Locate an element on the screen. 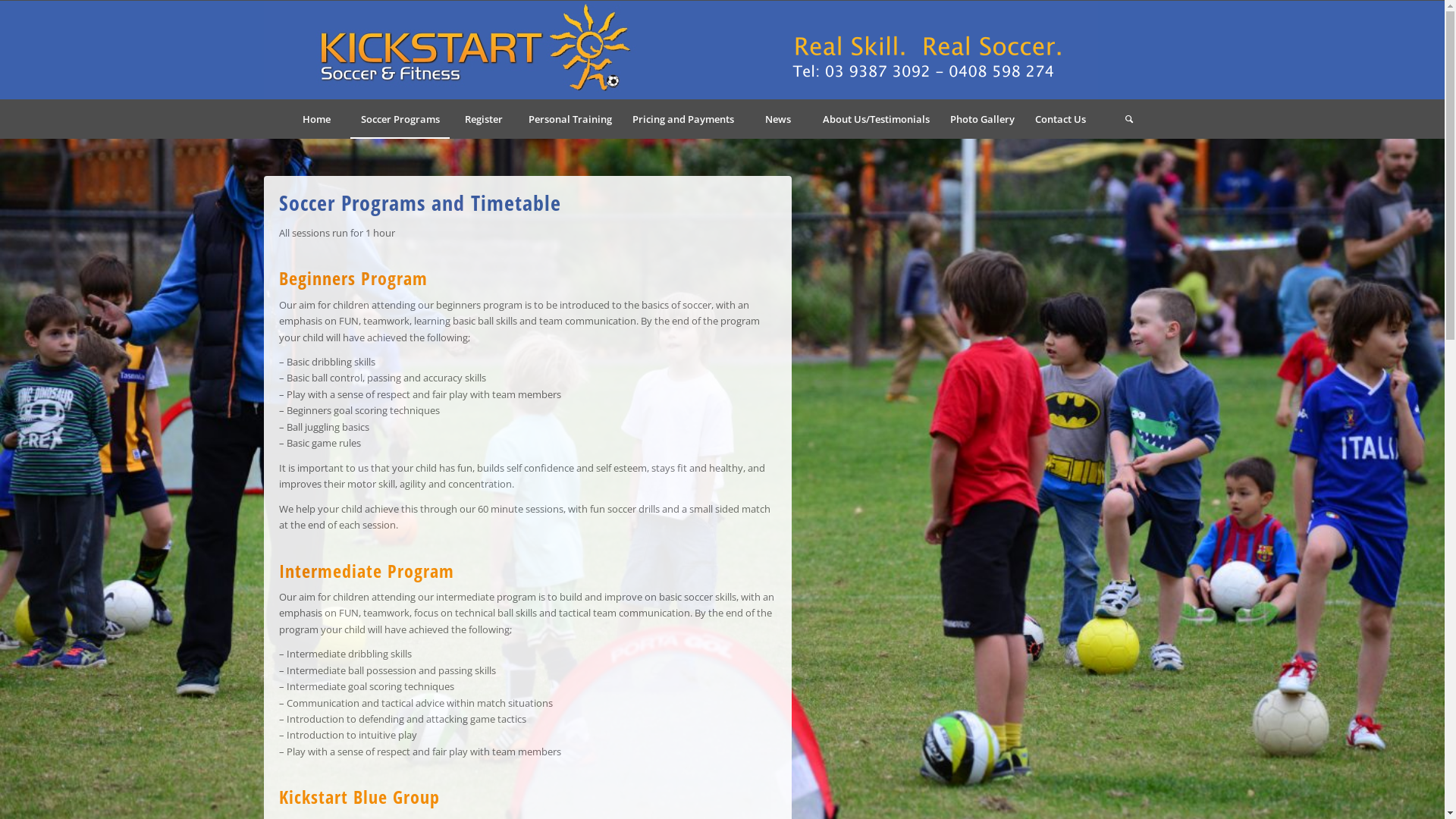  'Home' is located at coordinates (315, 118).